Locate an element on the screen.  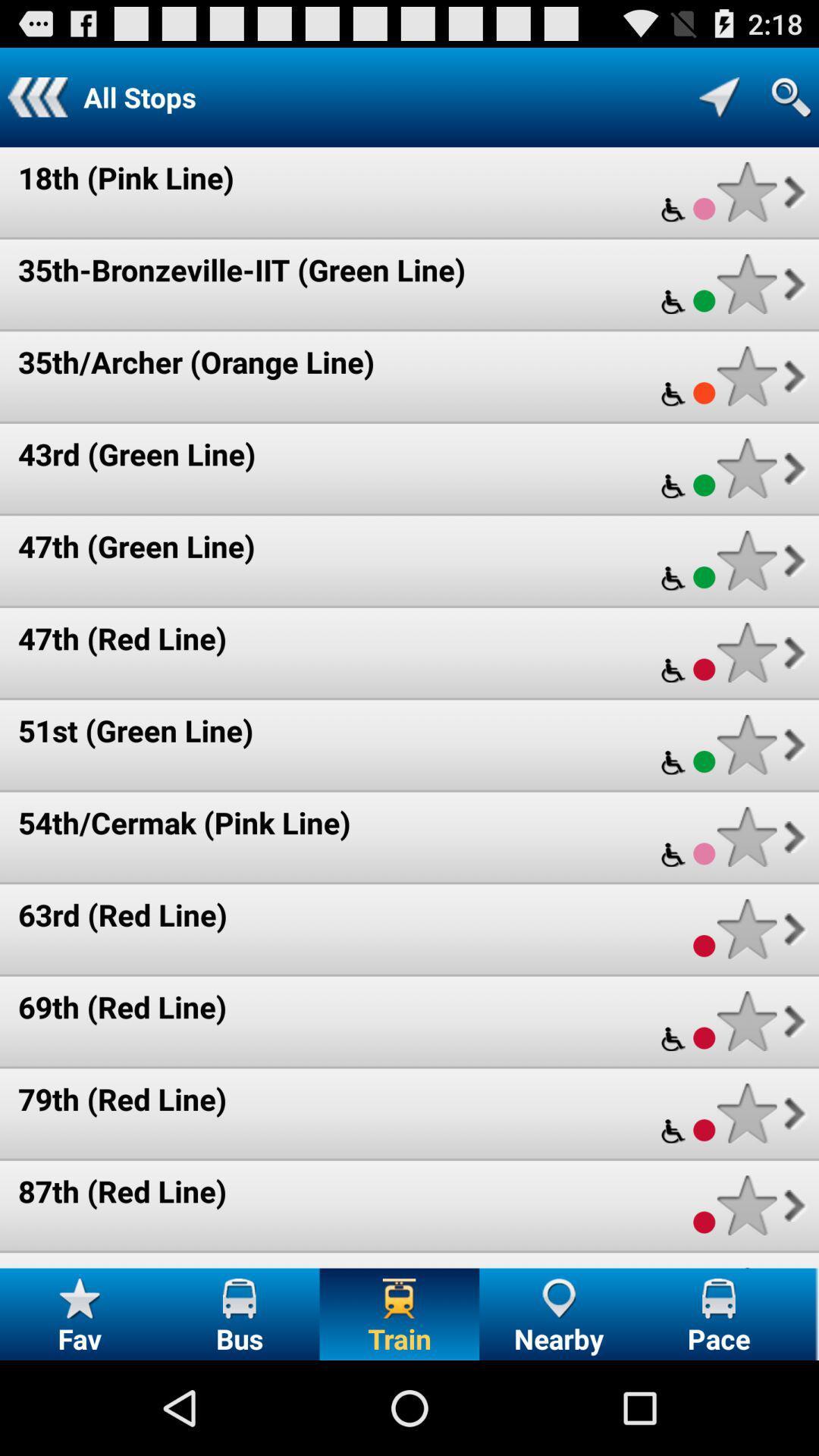
63rd (red line) app is located at coordinates (122, 914).